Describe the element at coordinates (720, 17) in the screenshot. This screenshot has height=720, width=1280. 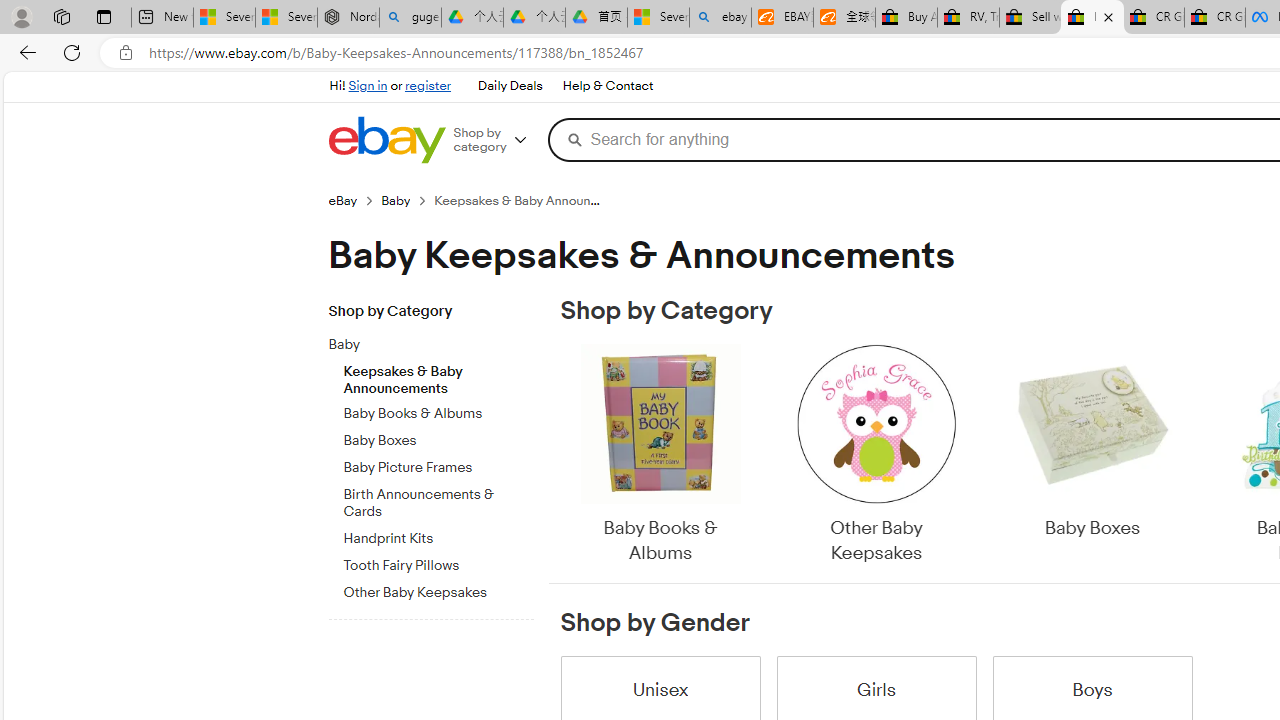
I see `'ebay - Search'` at that location.